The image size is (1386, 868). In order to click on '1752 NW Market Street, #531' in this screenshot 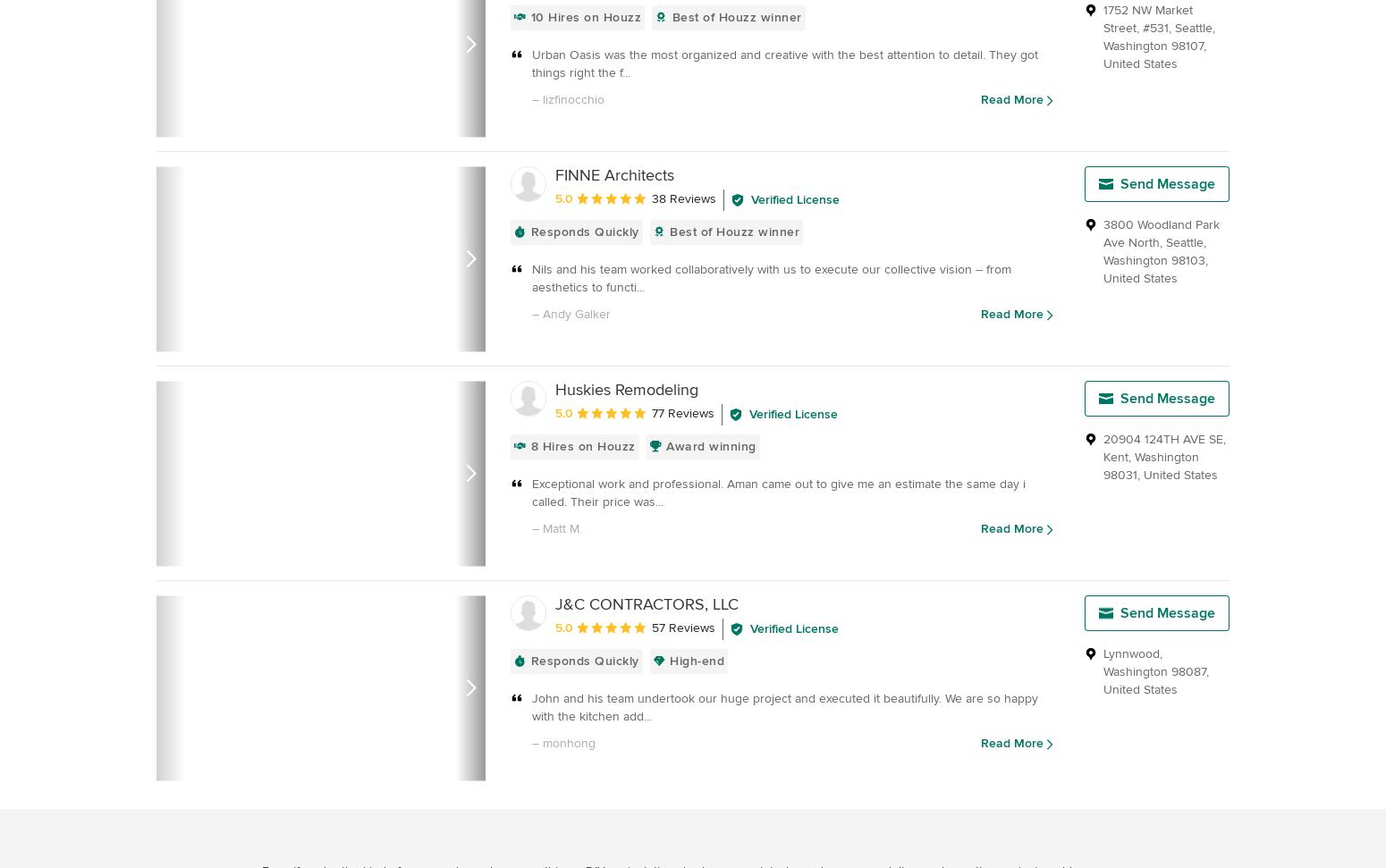, I will do `click(1147, 19)`.